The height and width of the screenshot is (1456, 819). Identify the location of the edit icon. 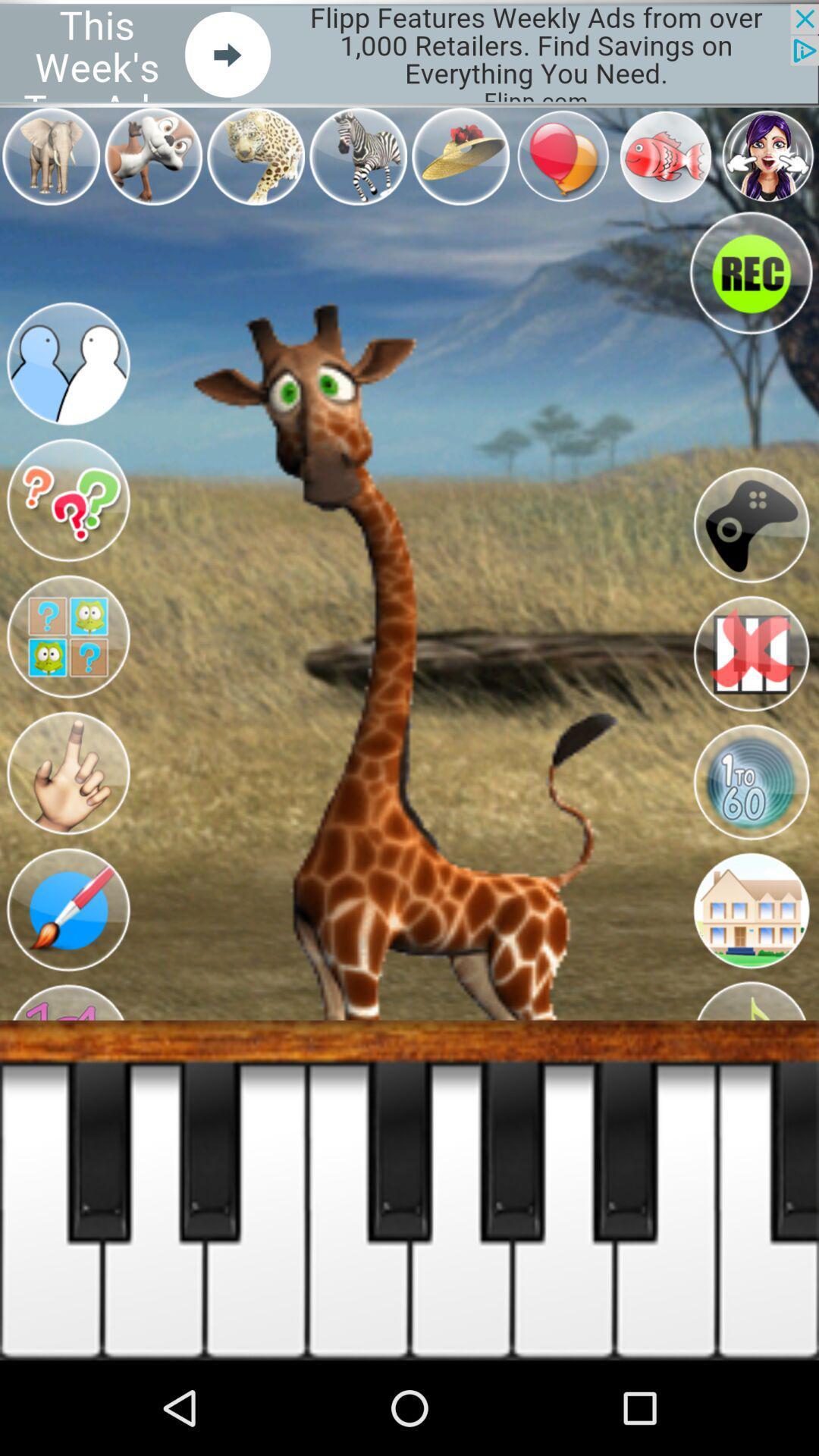
(67, 974).